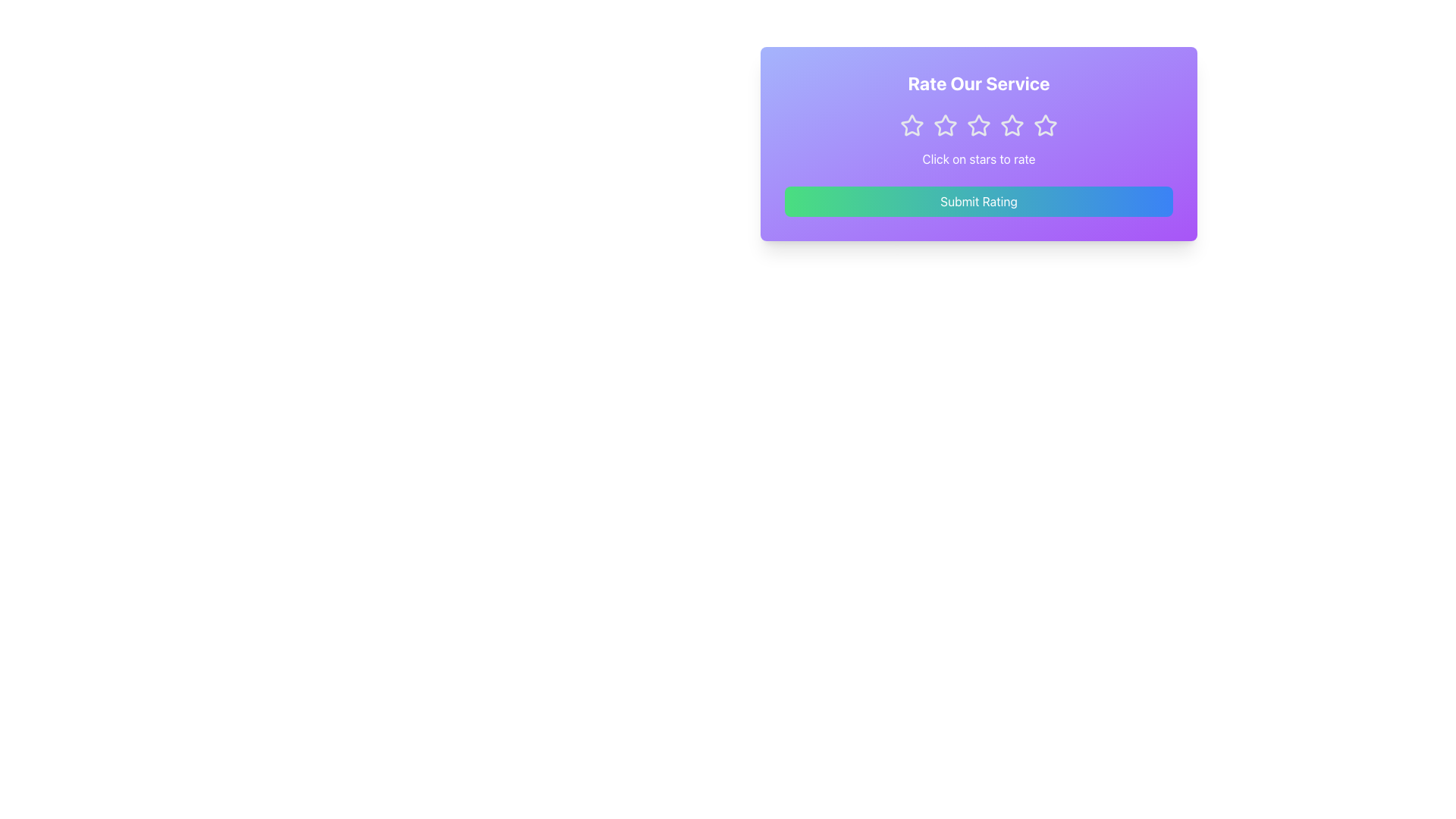  What do you see at coordinates (979, 158) in the screenshot?
I see `the text label that instructs 'Click on stars to rate', which is styled with white text on a purple background and is located below the star icons in the rating interface` at bounding box center [979, 158].